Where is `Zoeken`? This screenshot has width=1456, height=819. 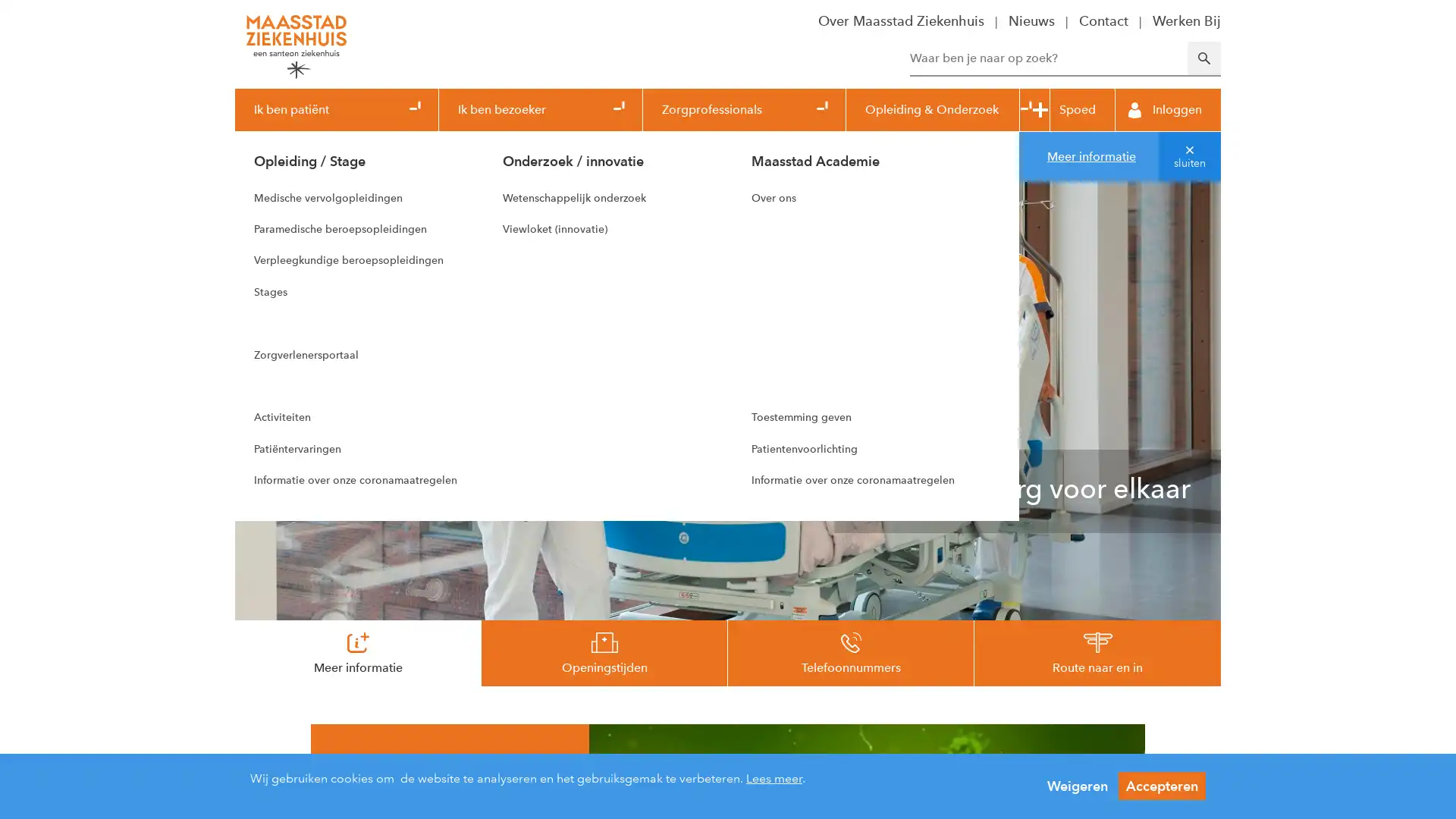 Zoeken is located at coordinates (1203, 58).